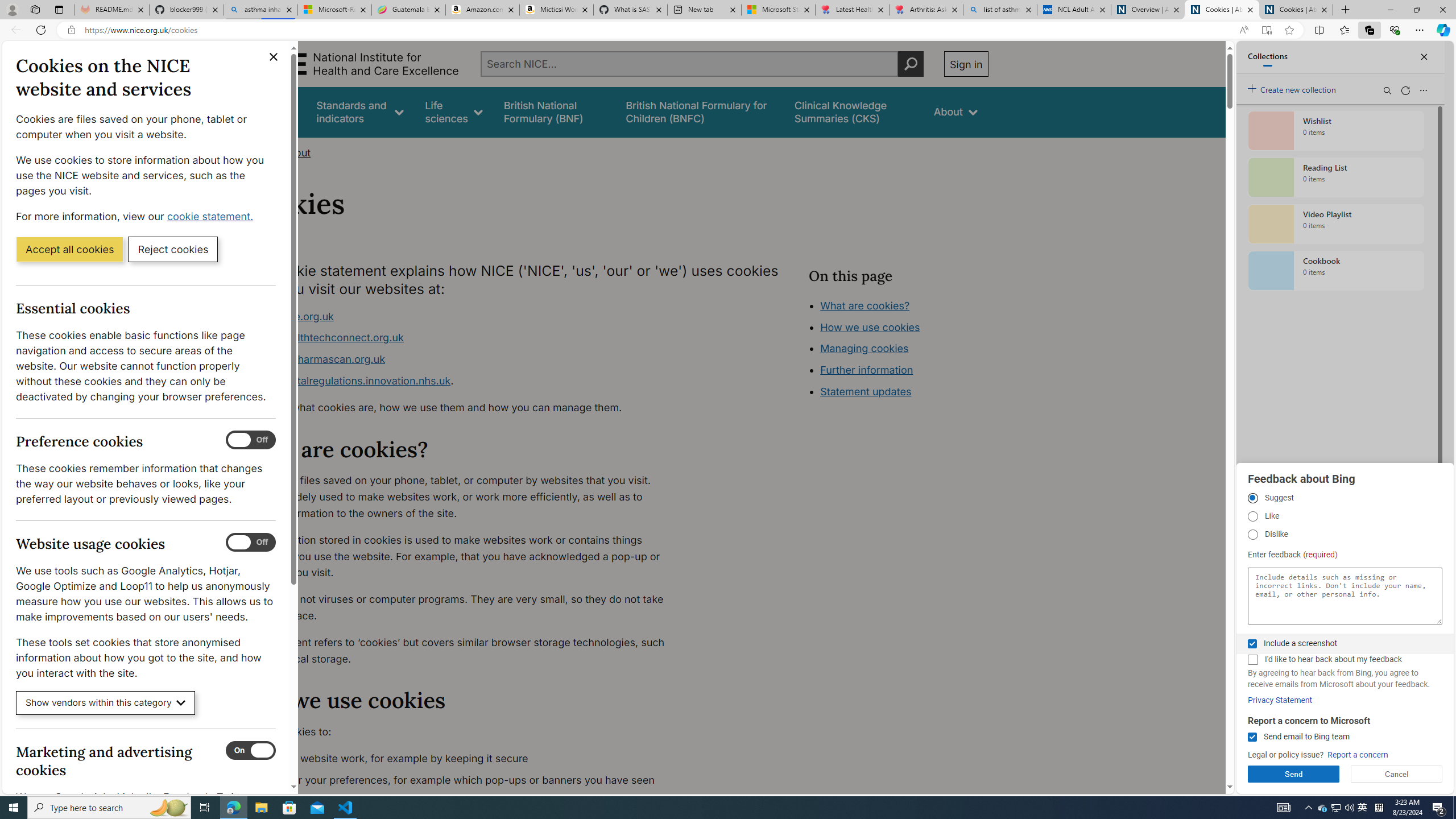 This screenshot has height=819, width=1456. Describe the element at coordinates (700, 111) in the screenshot. I see `'British National Formulary for Children (BNFC)'` at that location.